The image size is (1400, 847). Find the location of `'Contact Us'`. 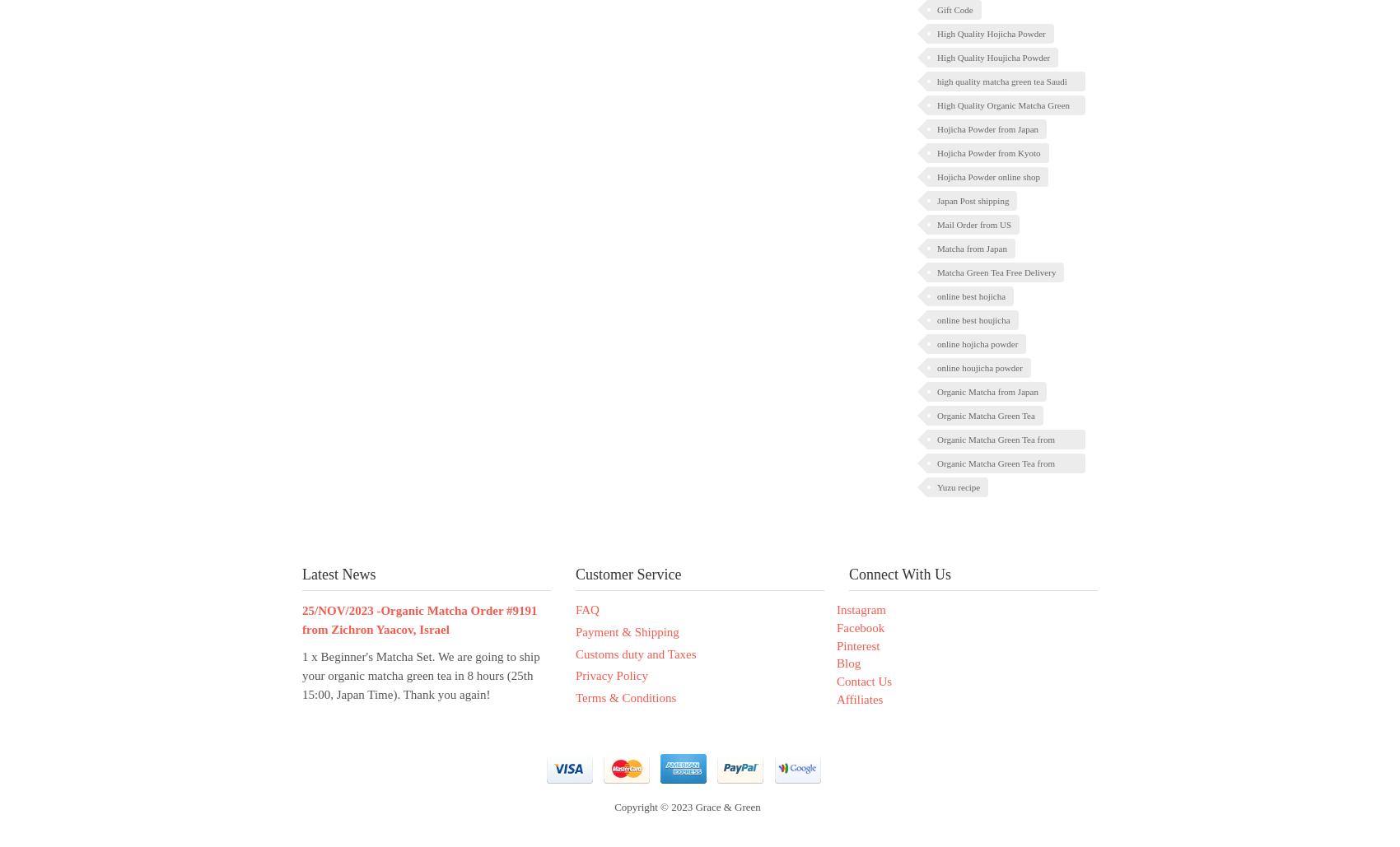

'Contact Us' is located at coordinates (863, 681).